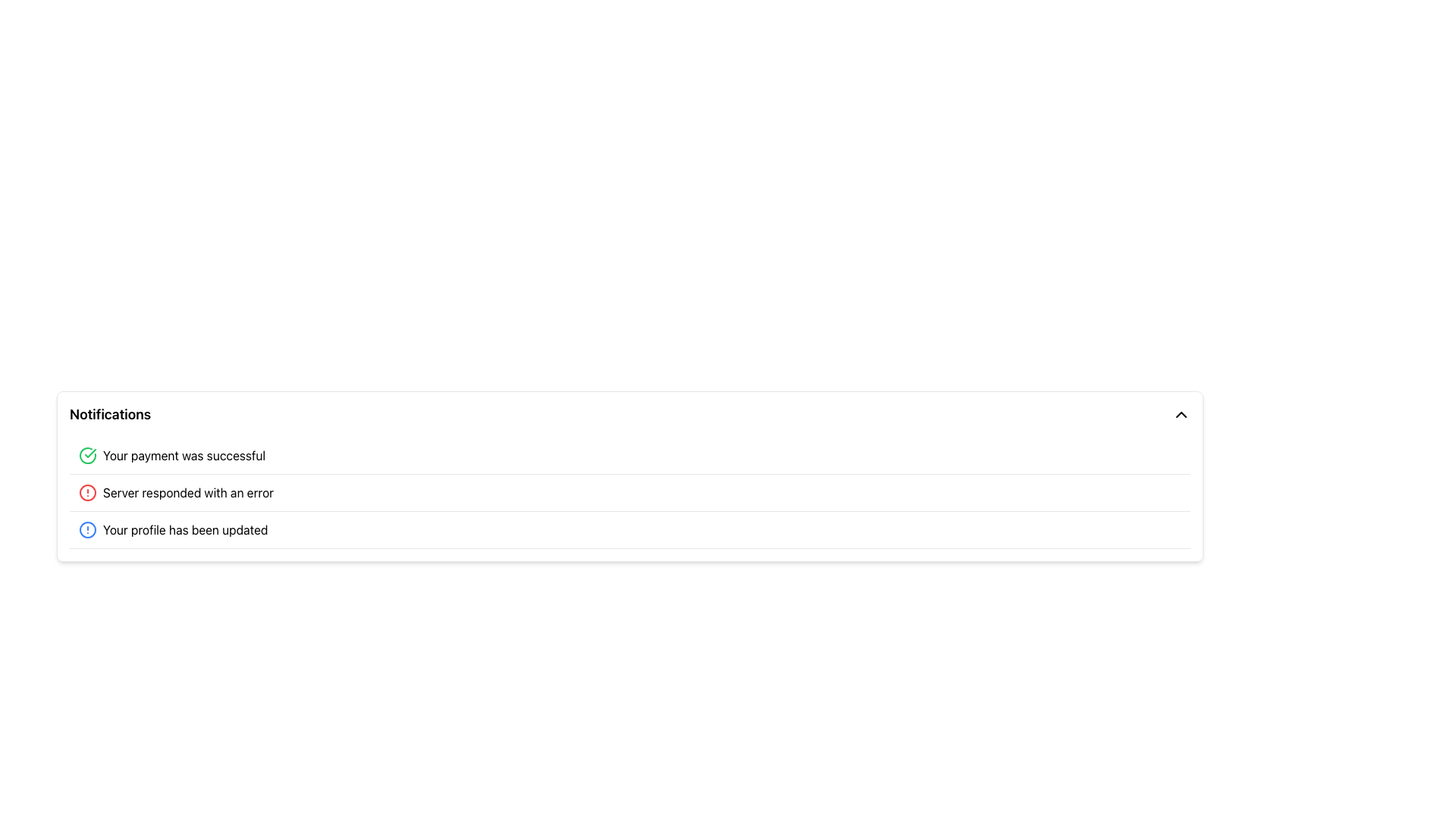 This screenshot has width=1456, height=819. What do you see at coordinates (184, 529) in the screenshot?
I see `the static text notification that says 'Your profile has been updated', which is the third notification in the list` at bounding box center [184, 529].